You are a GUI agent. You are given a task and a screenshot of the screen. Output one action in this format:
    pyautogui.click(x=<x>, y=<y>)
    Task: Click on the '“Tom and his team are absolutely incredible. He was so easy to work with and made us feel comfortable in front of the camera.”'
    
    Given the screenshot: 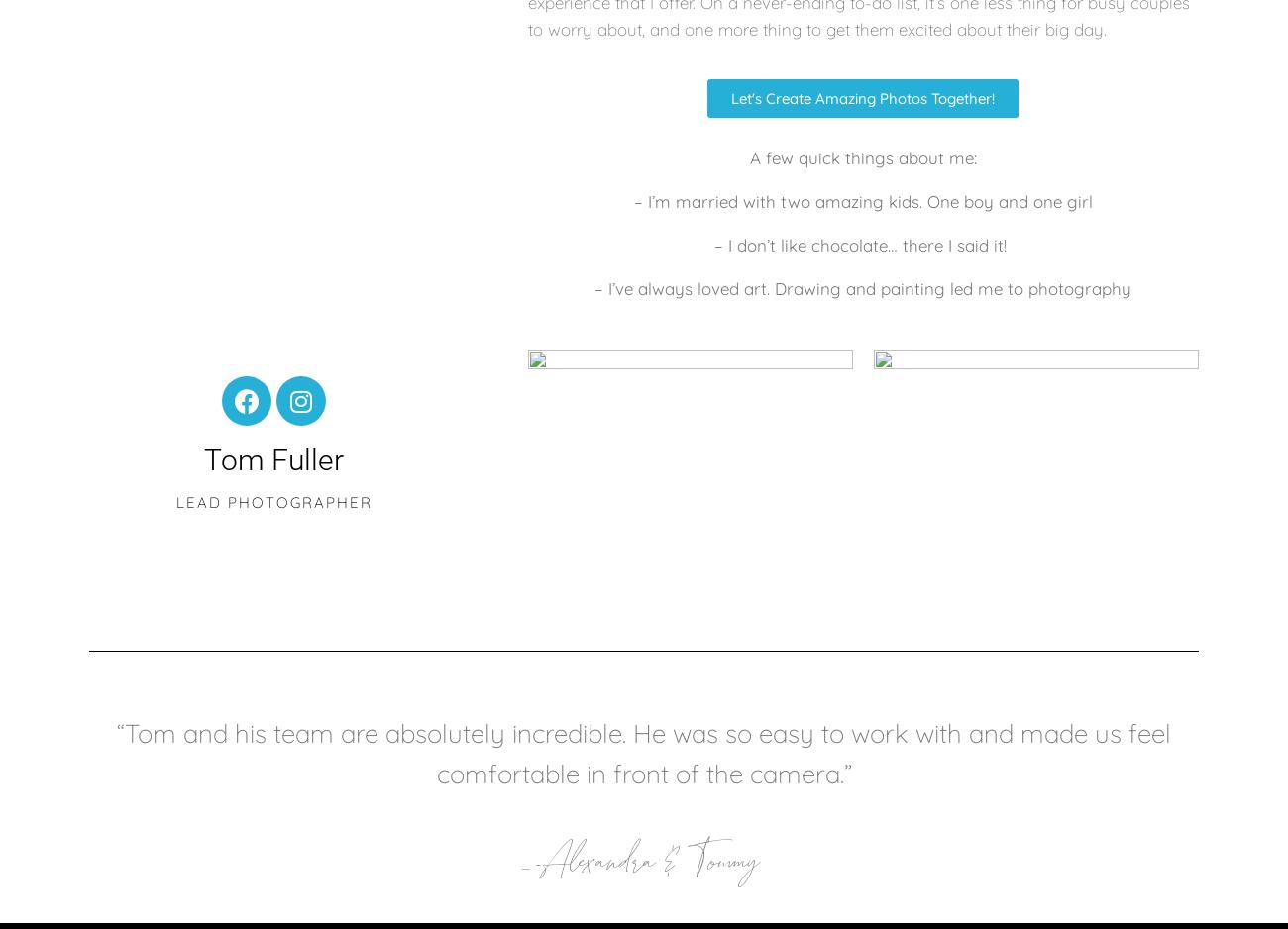 What is the action you would take?
    pyautogui.click(x=116, y=753)
    